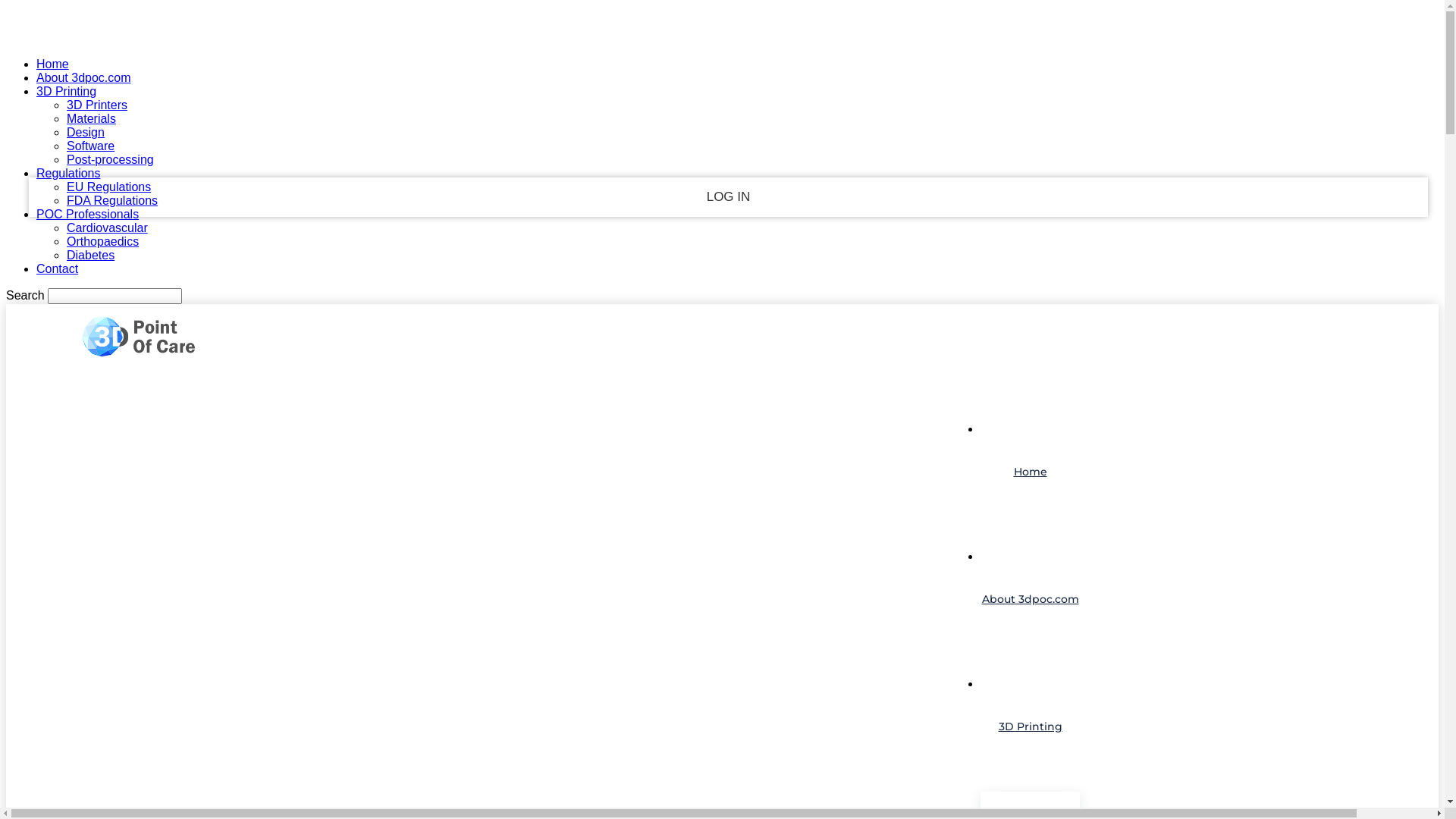 The image size is (1456, 819). Describe the element at coordinates (65, 159) in the screenshot. I see `'Post-processing'` at that location.